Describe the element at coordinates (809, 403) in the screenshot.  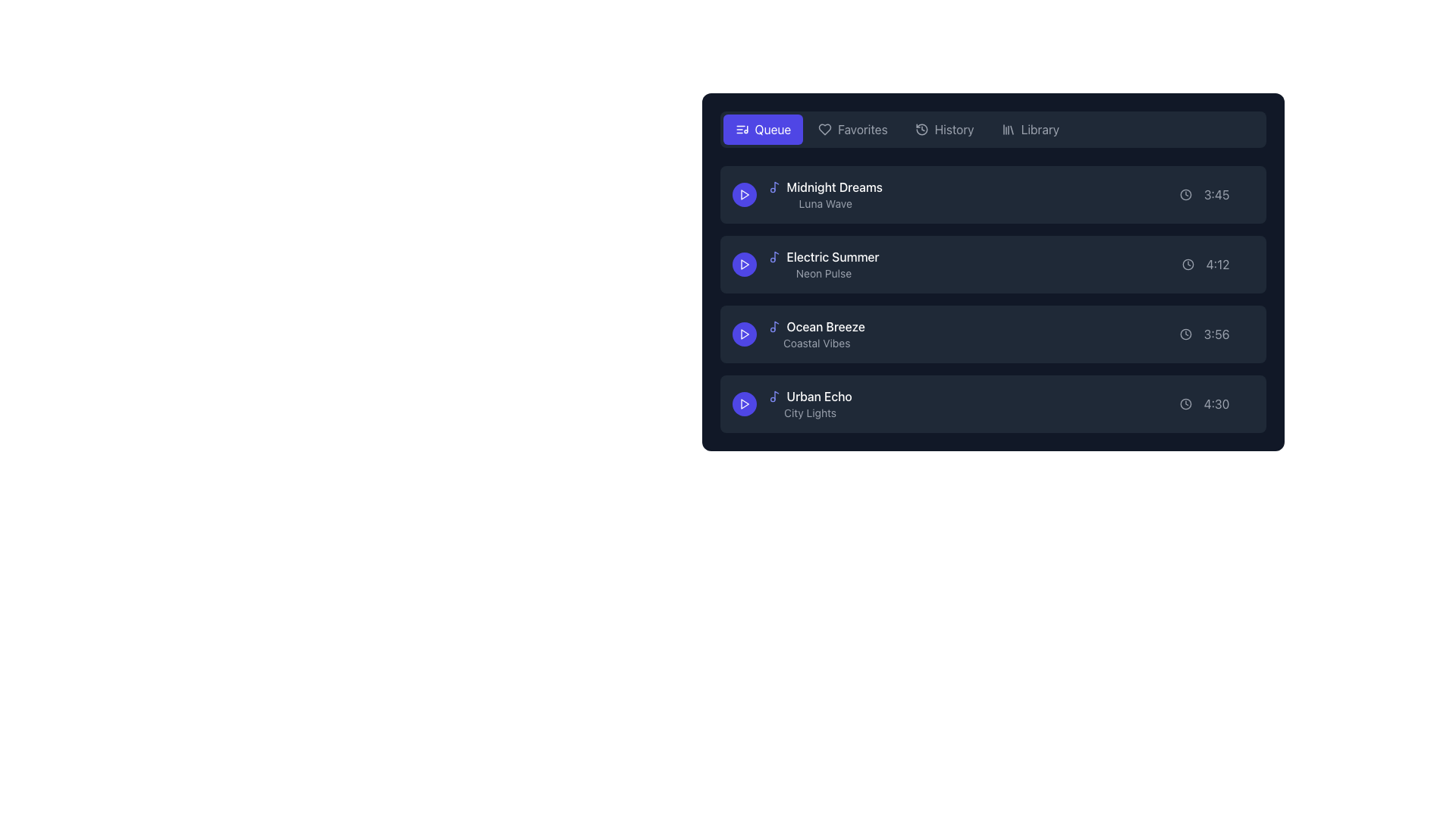
I see `the text of the Text label displaying the song metadata, which is the fourth item in the media player queue, located beneath 'Ocean Breeze' and above the duration display of 'Urban Echo'` at that location.